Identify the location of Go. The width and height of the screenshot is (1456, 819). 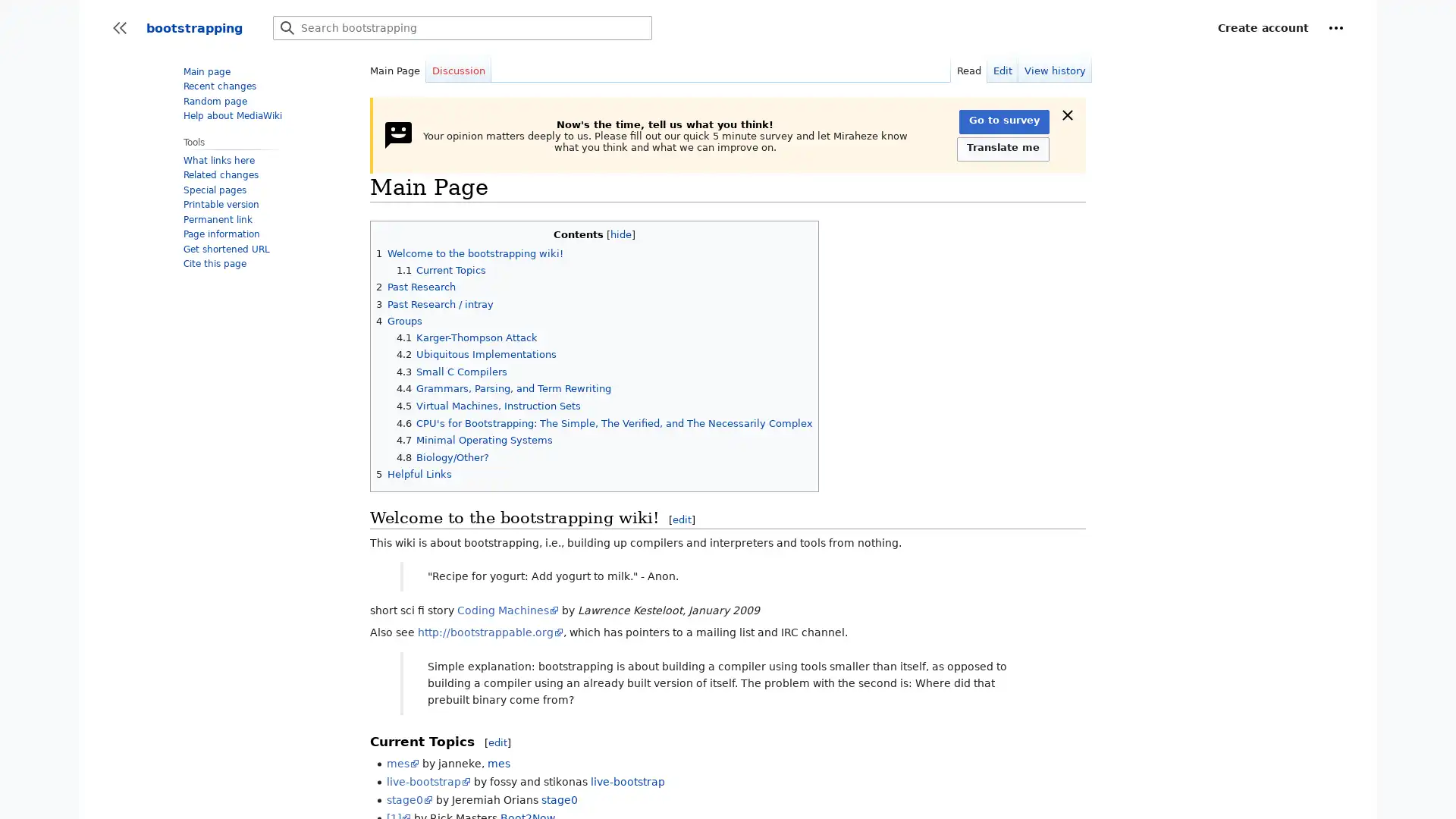
(287, 28).